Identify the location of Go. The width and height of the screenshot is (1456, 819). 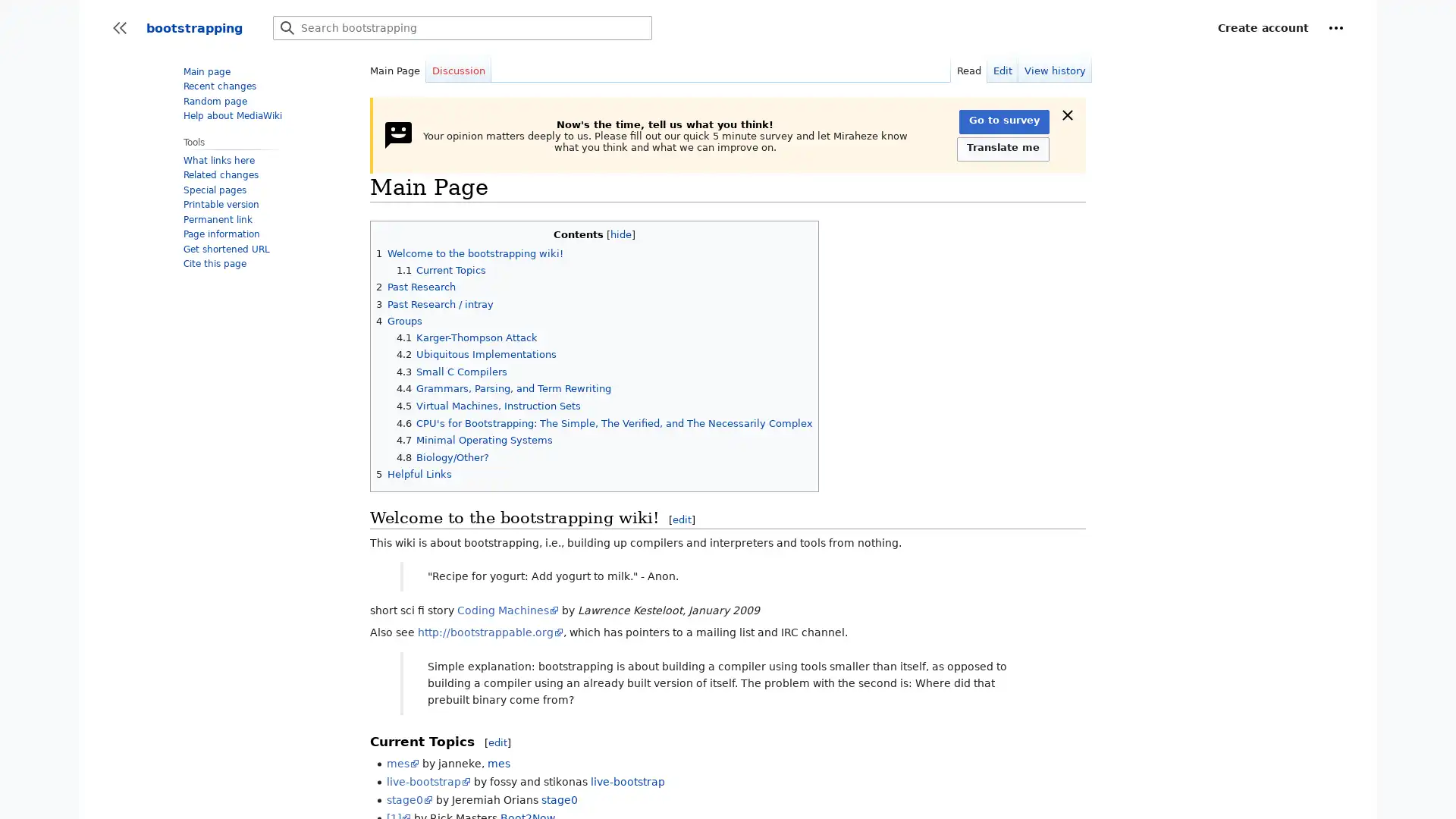
(287, 28).